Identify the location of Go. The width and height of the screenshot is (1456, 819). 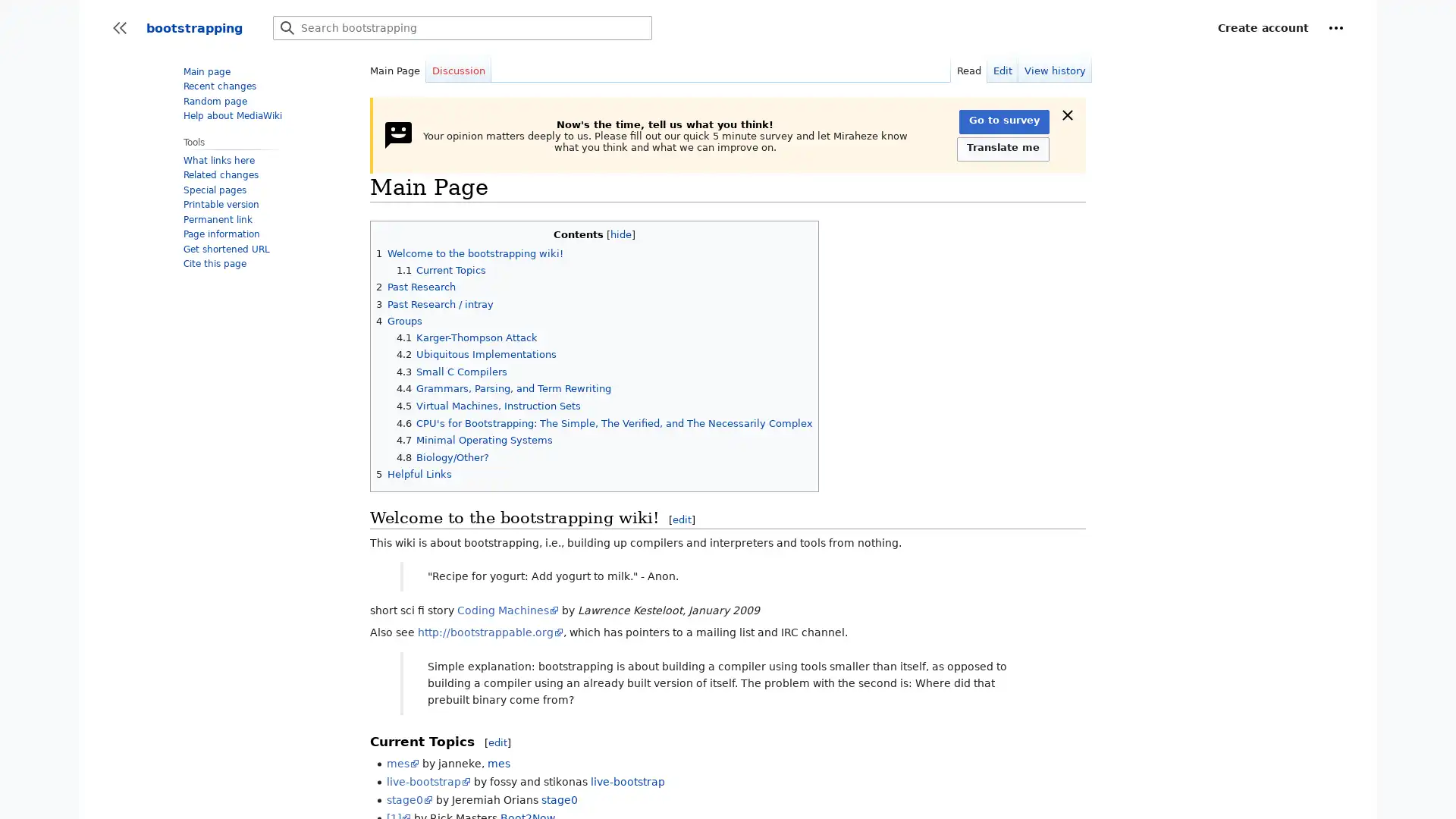
(287, 28).